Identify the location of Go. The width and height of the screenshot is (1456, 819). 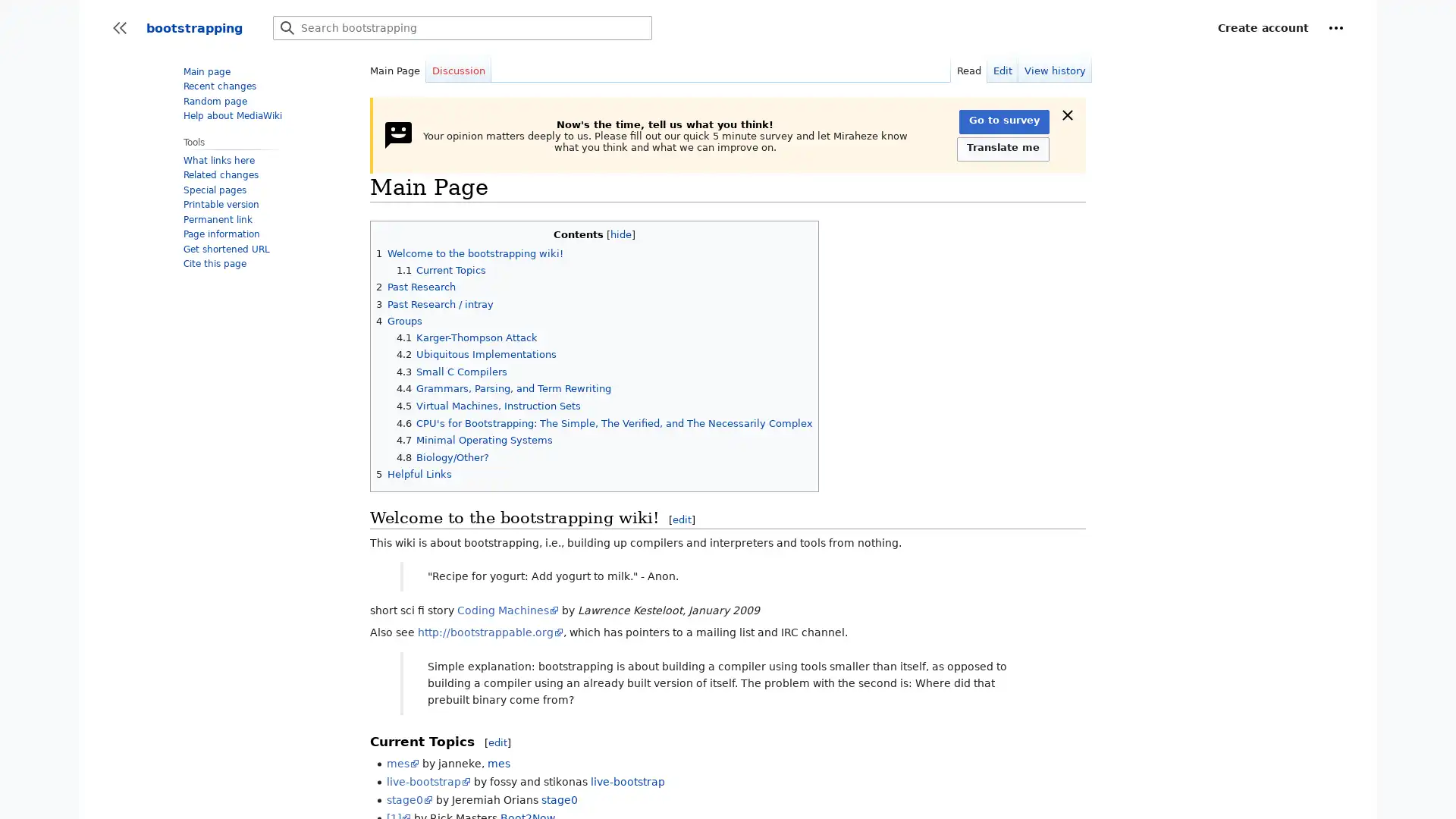
(287, 28).